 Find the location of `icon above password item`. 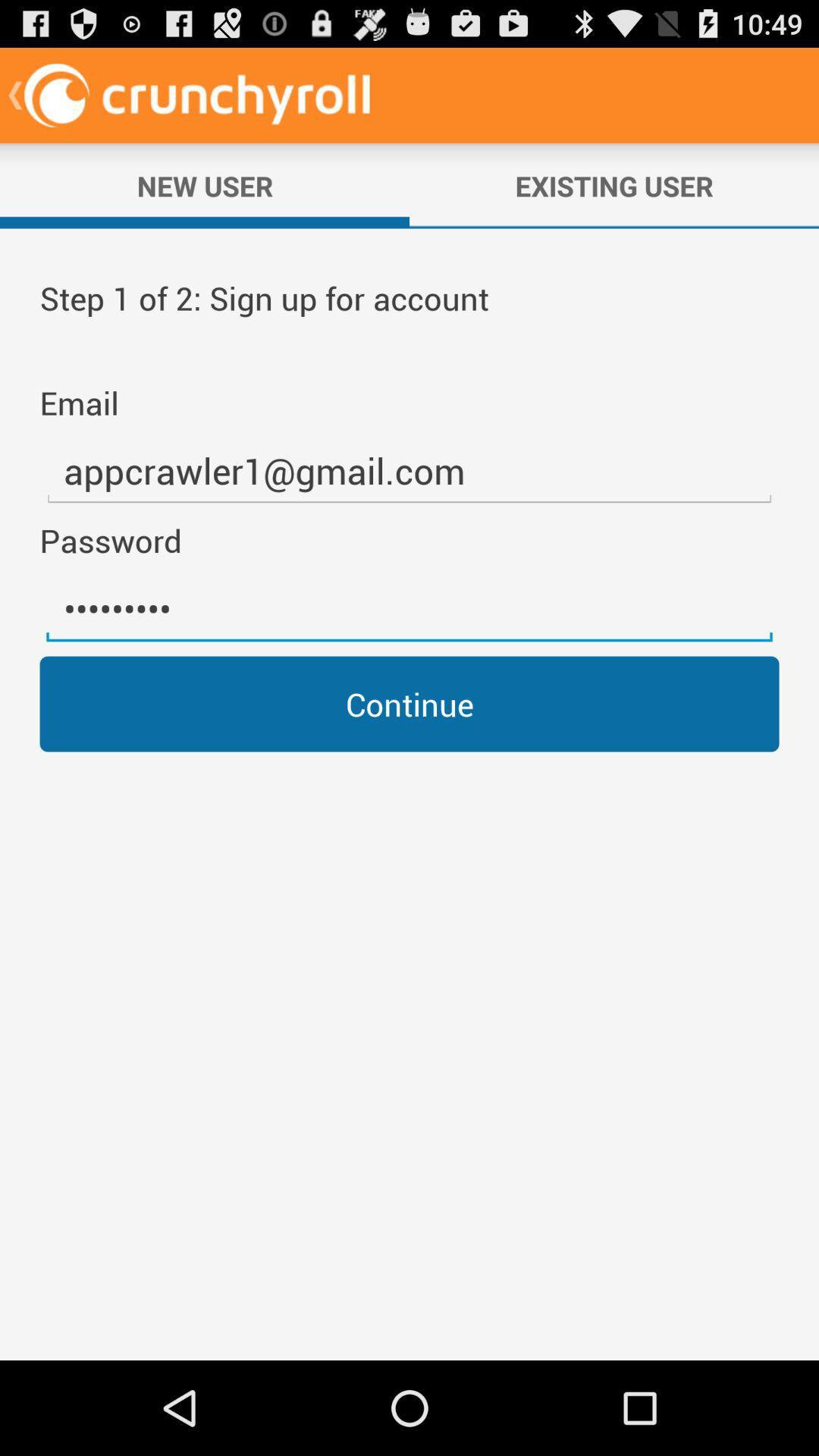

icon above password item is located at coordinates (409, 470).